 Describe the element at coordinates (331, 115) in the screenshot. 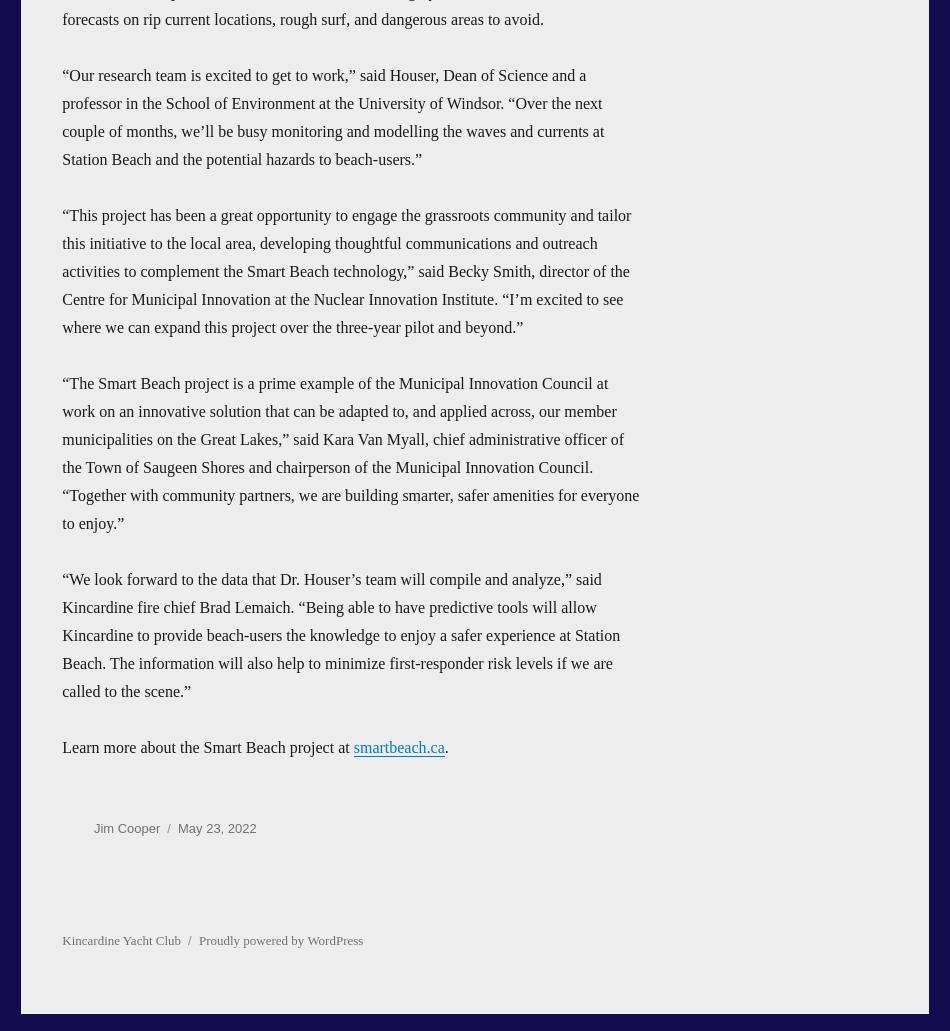

I see `'“Our research team is excited to get to work,” said Houser, Dean of Science and a professor in the School of Environment at the University of Windsor. “Over the next couple of months, we’ll be busy monitoring and modelling the waves and currents at Station Beach and the potential hazards to beach-users.”'` at that location.